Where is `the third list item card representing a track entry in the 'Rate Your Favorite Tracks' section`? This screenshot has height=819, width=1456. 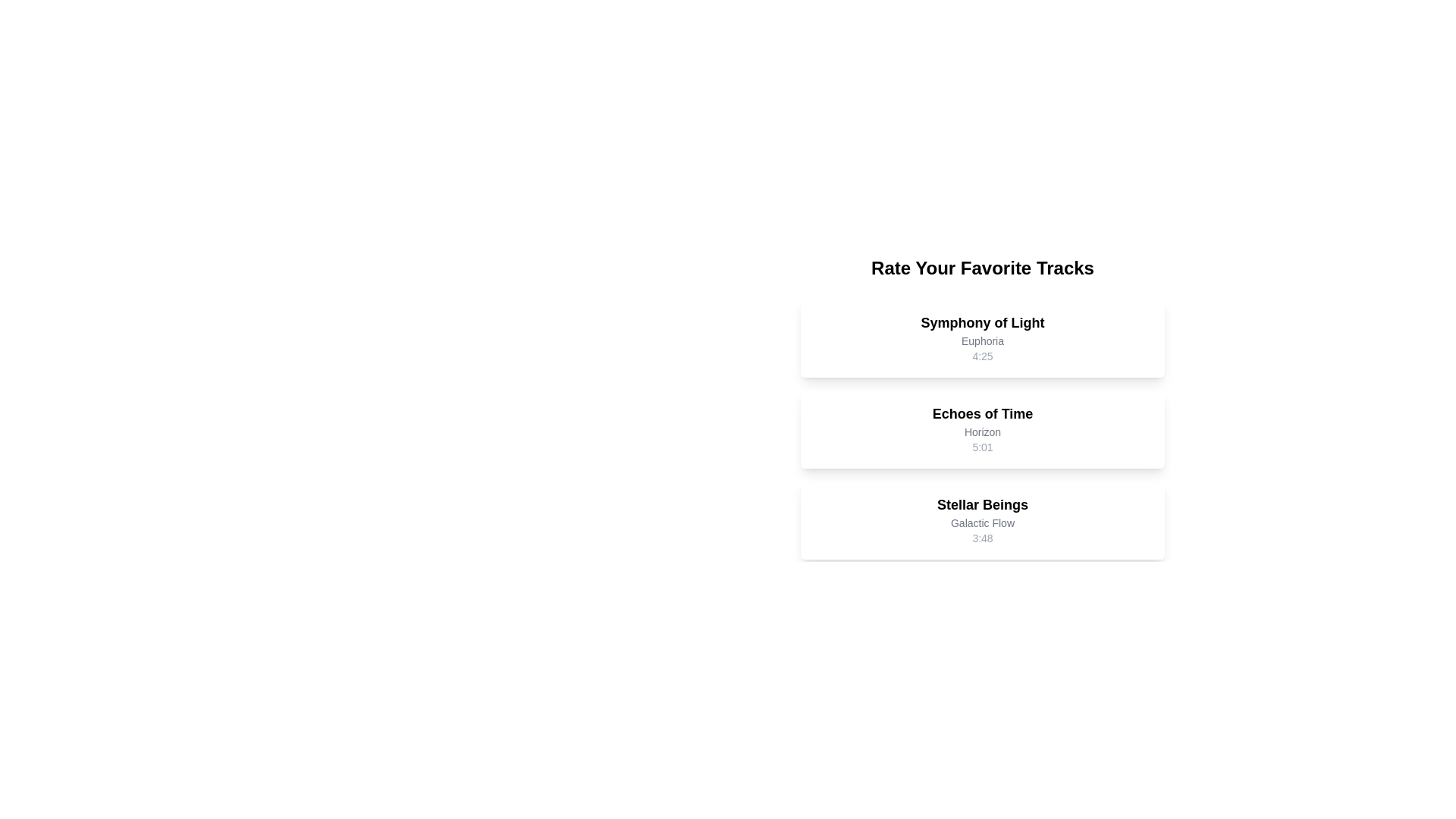
the third list item card representing a track entry in the 'Rate Your Favorite Tracks' section is located at coordinates (983, 519).